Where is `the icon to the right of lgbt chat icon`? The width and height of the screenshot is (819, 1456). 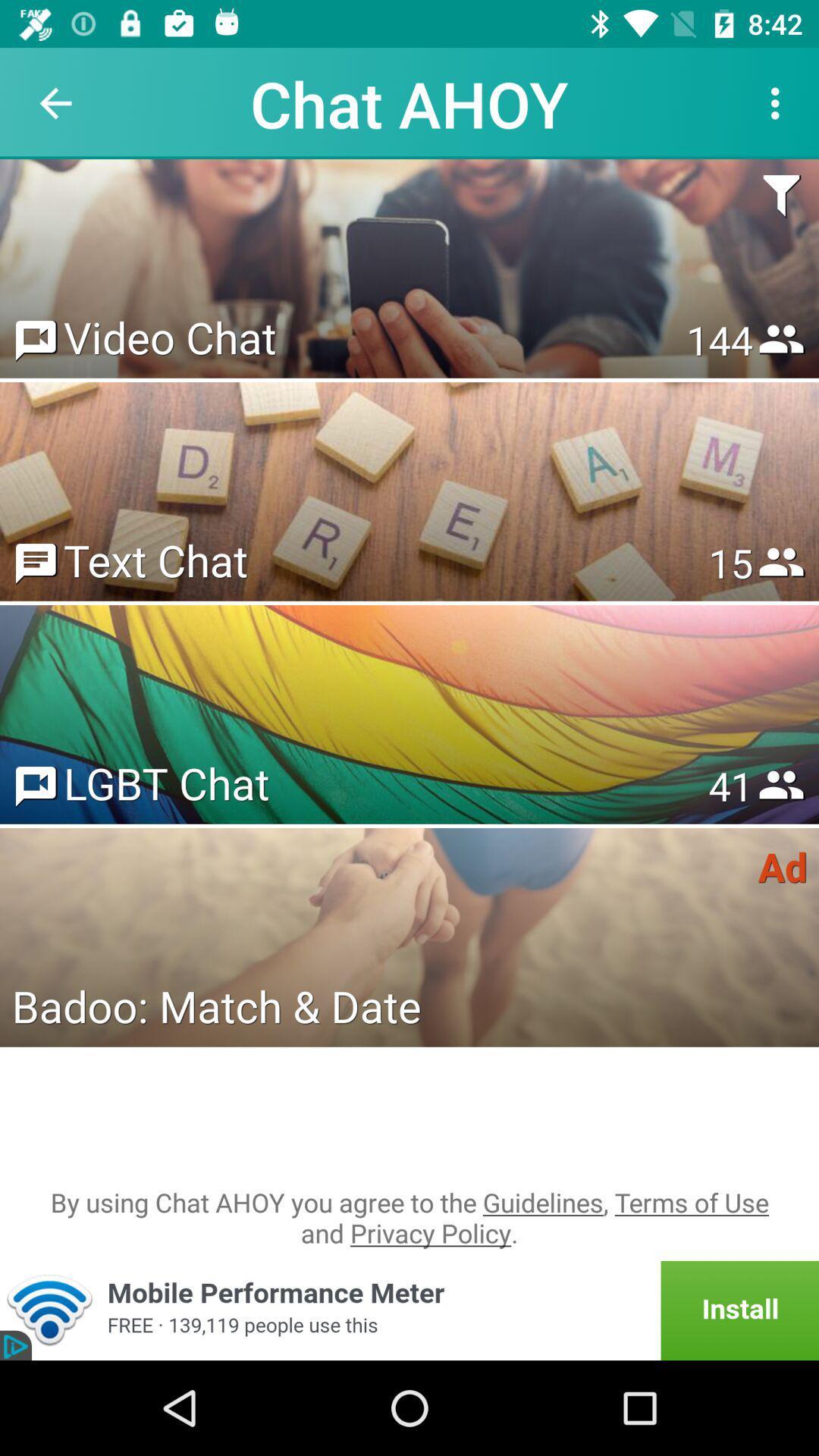 the icon to the right of lgbt chat icon is located at coordinates (730, 786).